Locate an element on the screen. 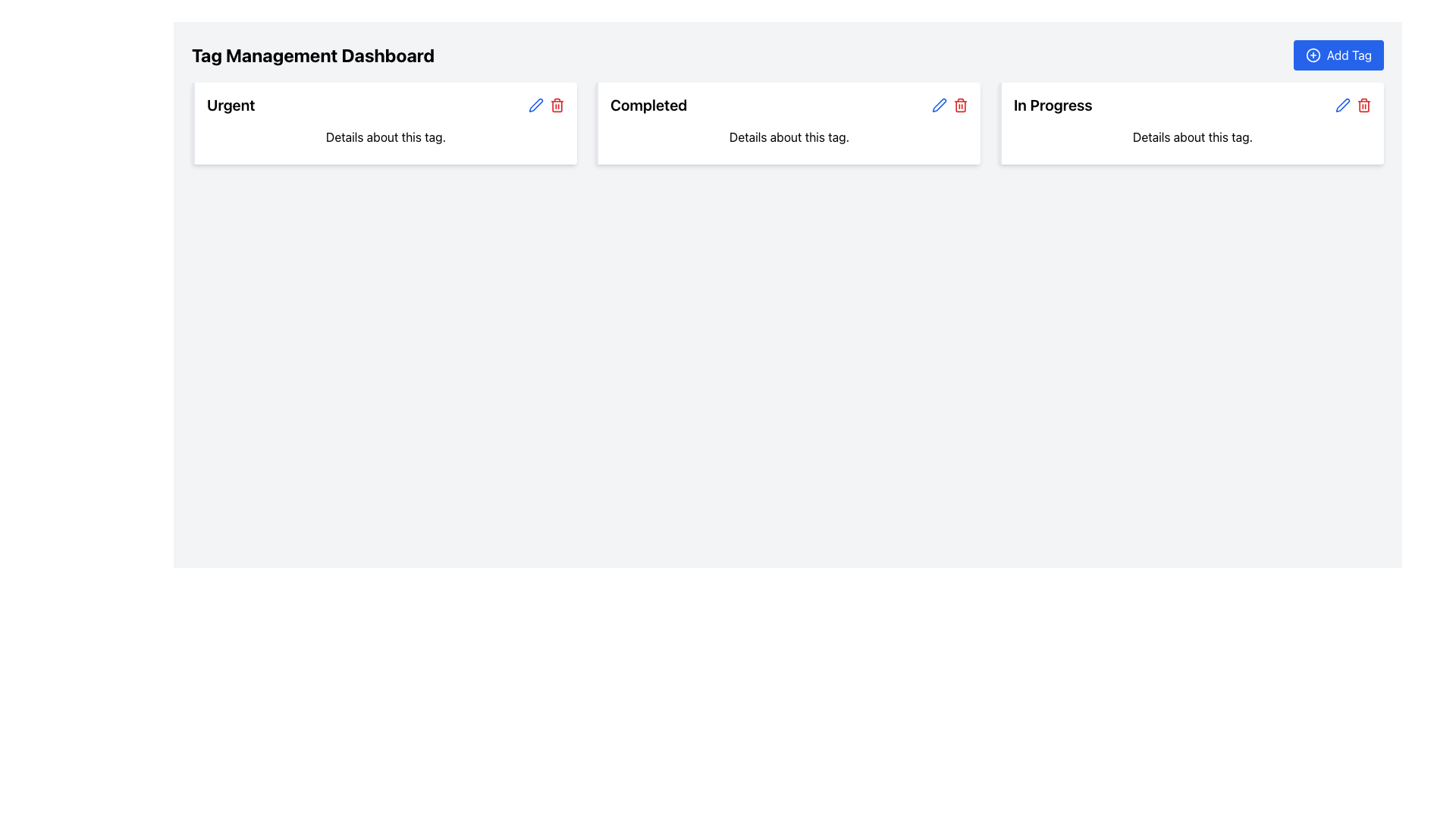 The height and width of the screenshot is (819, 1456). the blue pen icon button located in the top right corner of the 'In Progress' card is located at coordinates (1343, 104).